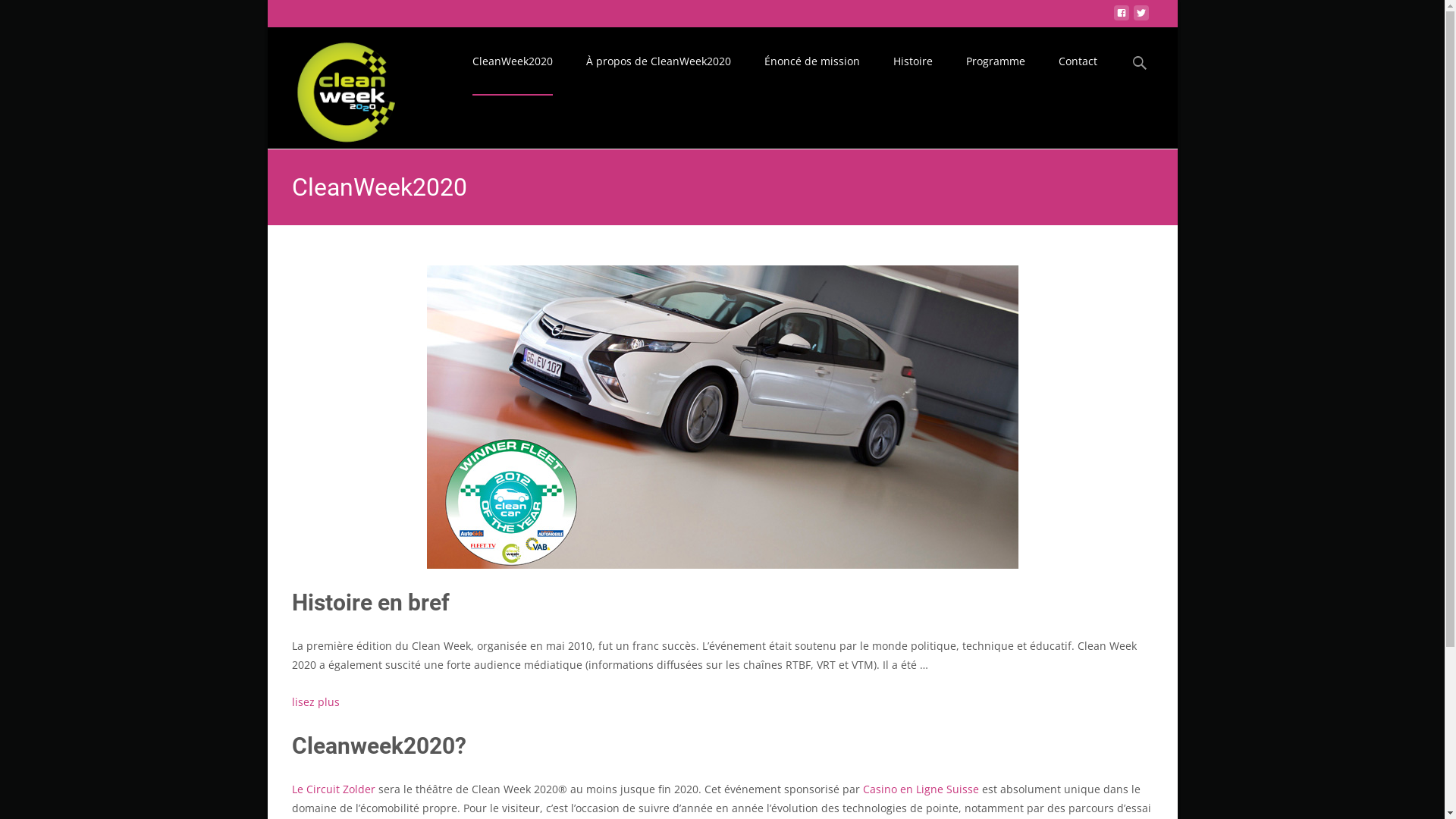 The width and height of the screenshot is (1456, 819). Describe the element at coordinates (1113, 17) in the screenshot. I see `'facebook'` at that location.